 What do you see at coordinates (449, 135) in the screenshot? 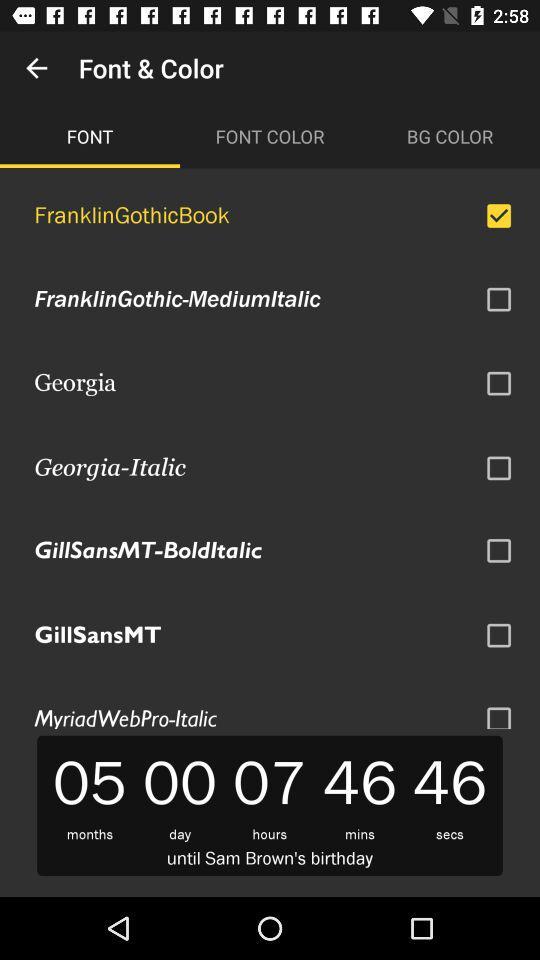
I see `bg color item` at bounding box center [449, 135].